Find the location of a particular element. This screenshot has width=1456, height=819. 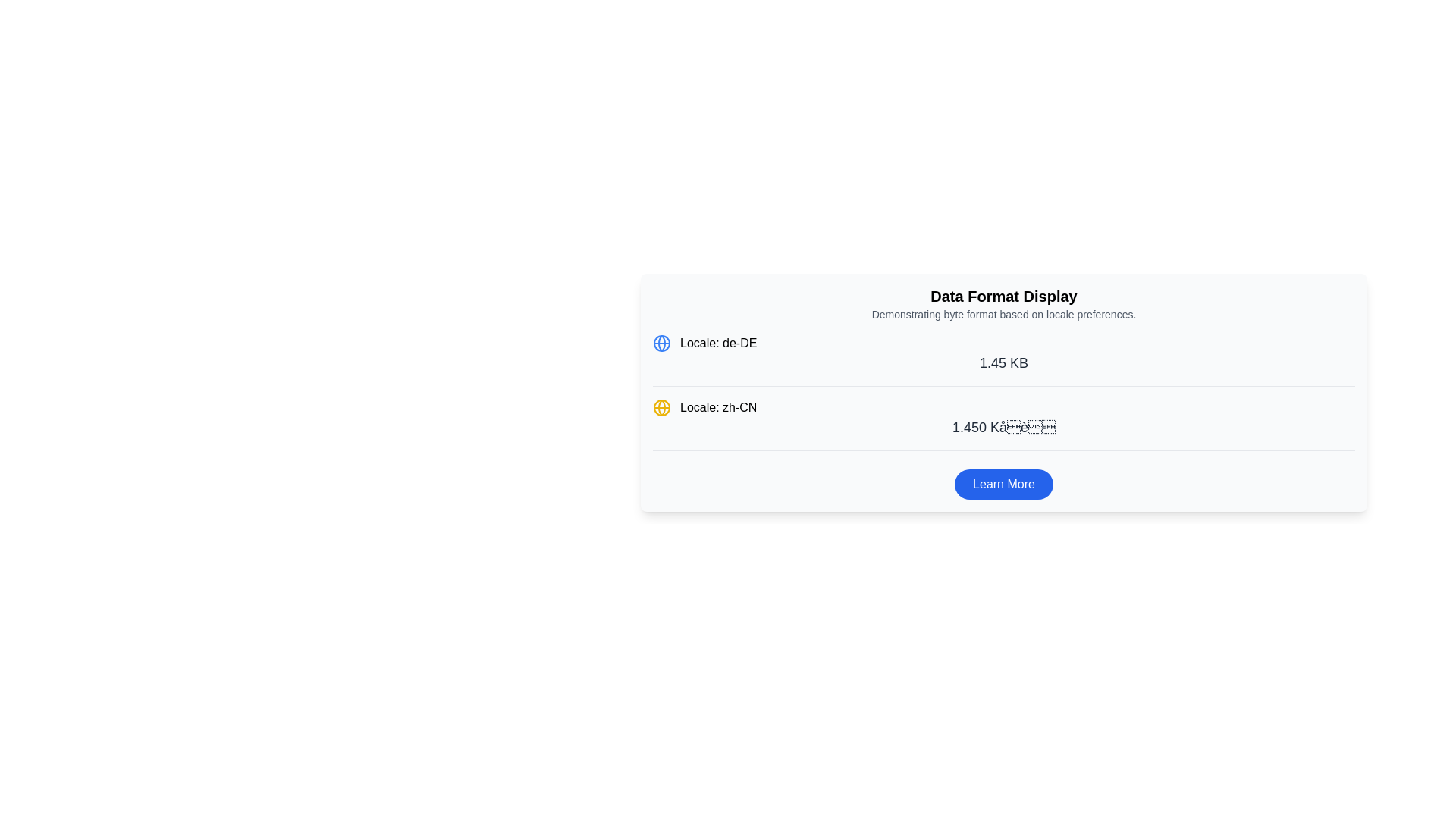

the central circle decorative graphic element within the globe icon located in the upper right part of the interface is located at coordinates (662, 343).